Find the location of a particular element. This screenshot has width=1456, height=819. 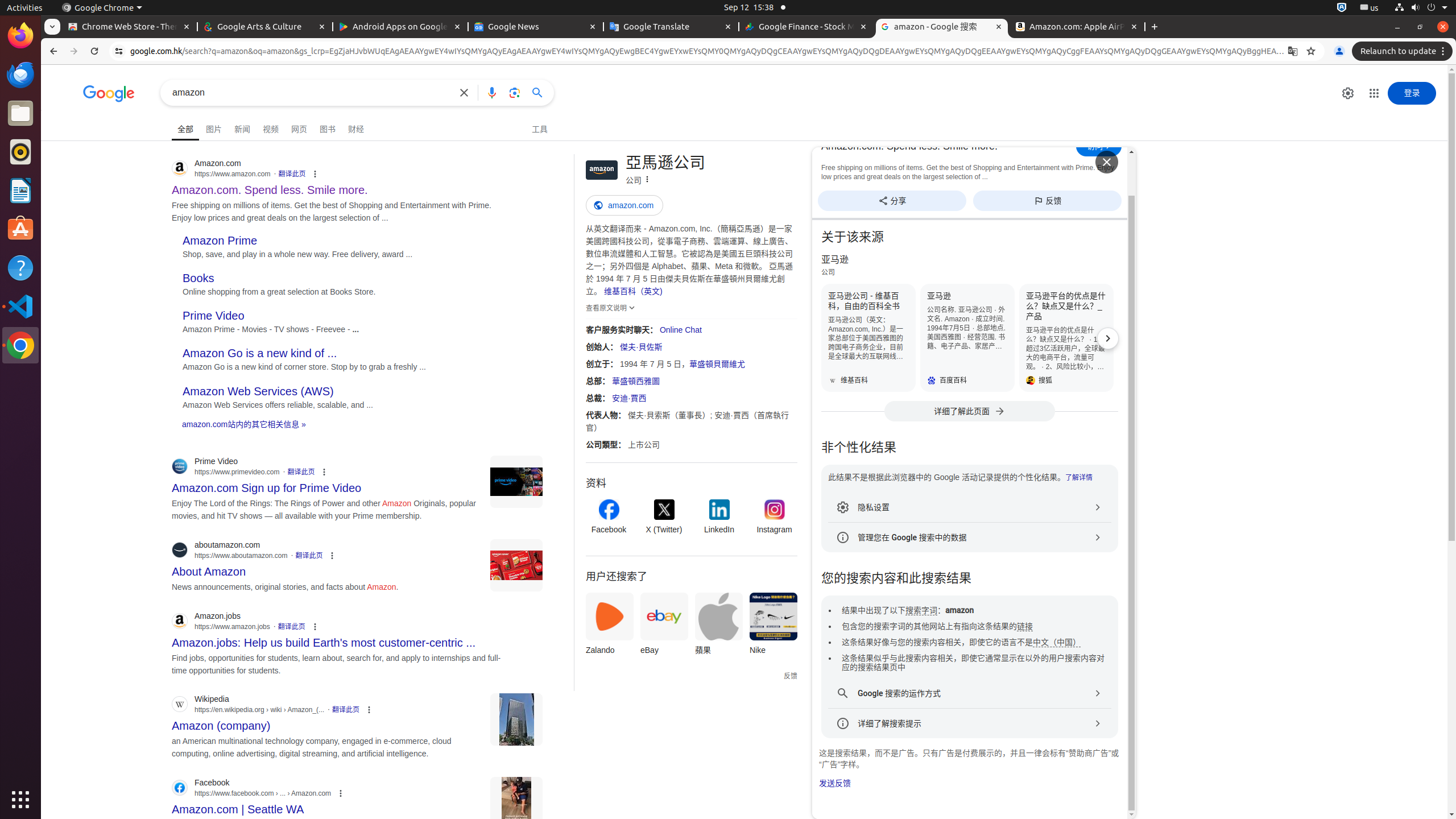

' Amazon (company) Wikipedia https://en.wikipedia.org › wiki › Amazon_(...' is located at coordinates (221, 722).